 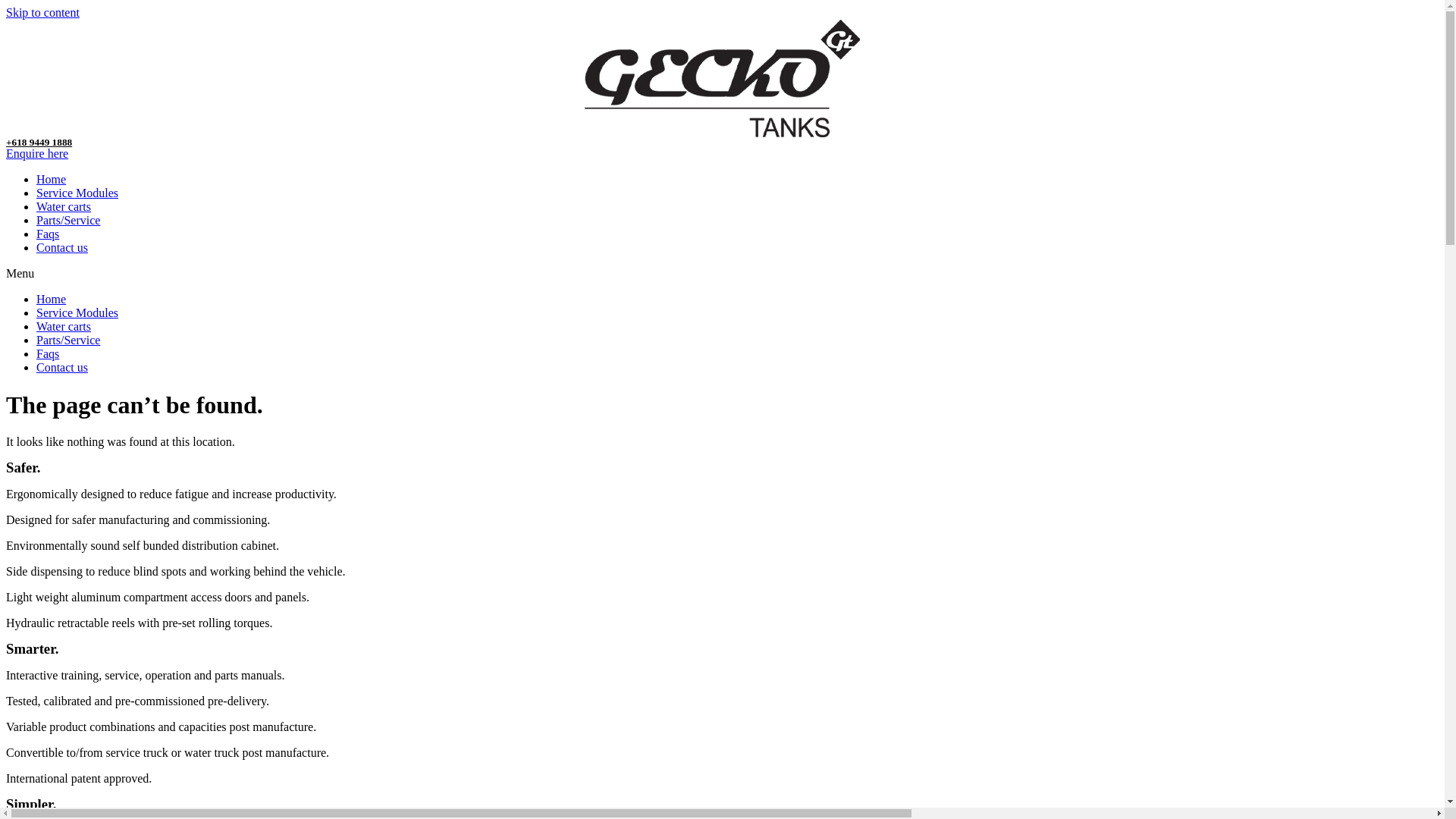 I want to click on 'Water carts', so click(x=36, y=325).